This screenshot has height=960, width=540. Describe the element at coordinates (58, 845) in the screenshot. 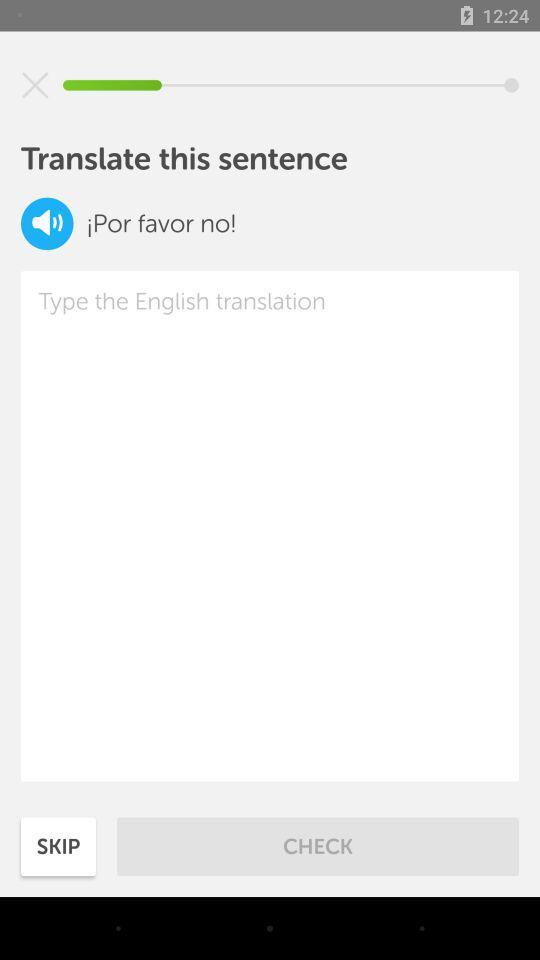

I see `skip icon` at that location.